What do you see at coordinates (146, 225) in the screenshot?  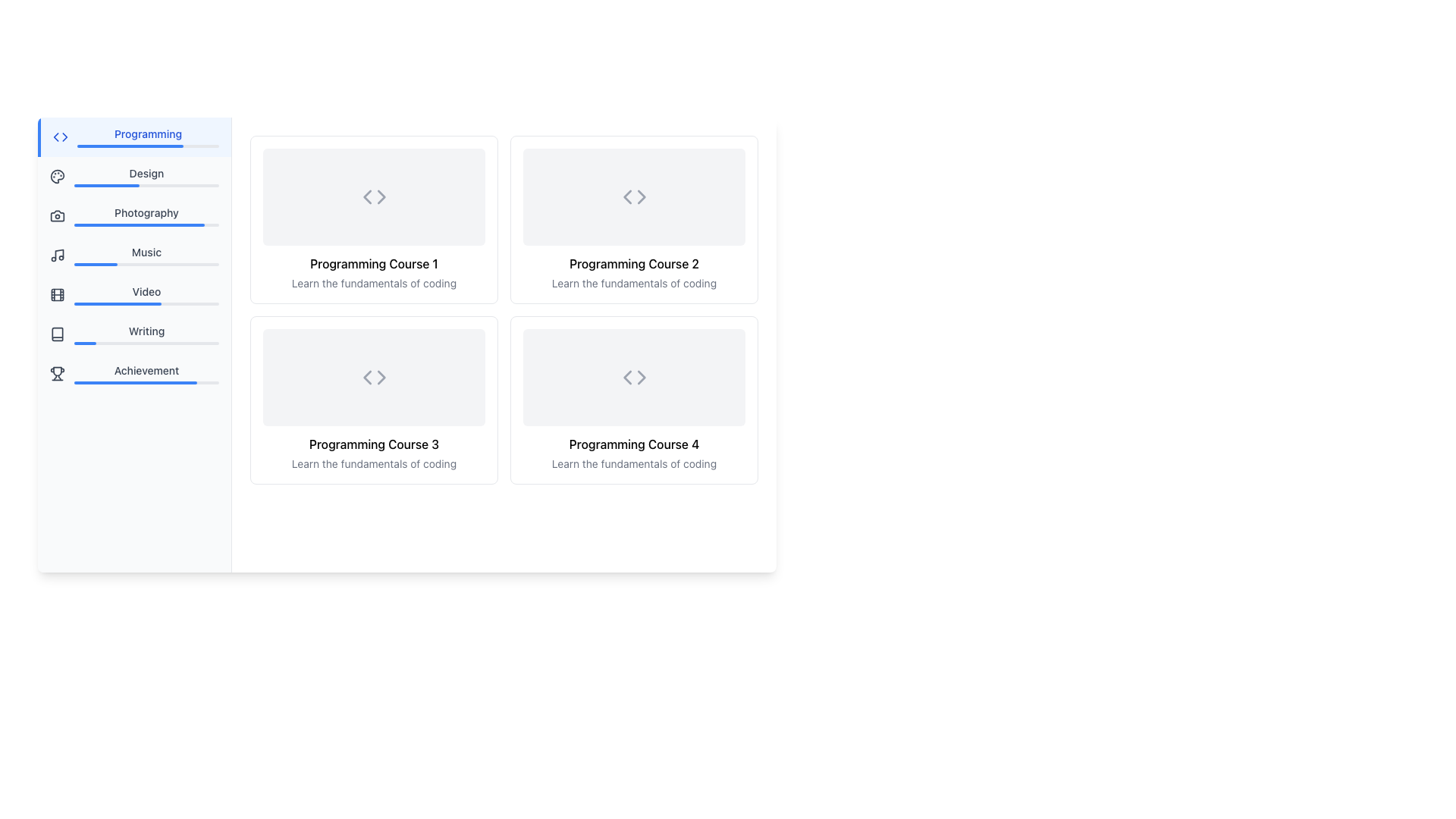 I see `the progress represented by the horizontal progress bar located under the 'Photography' section in the left-hand navigation menu` at bounding box center [146, 225].